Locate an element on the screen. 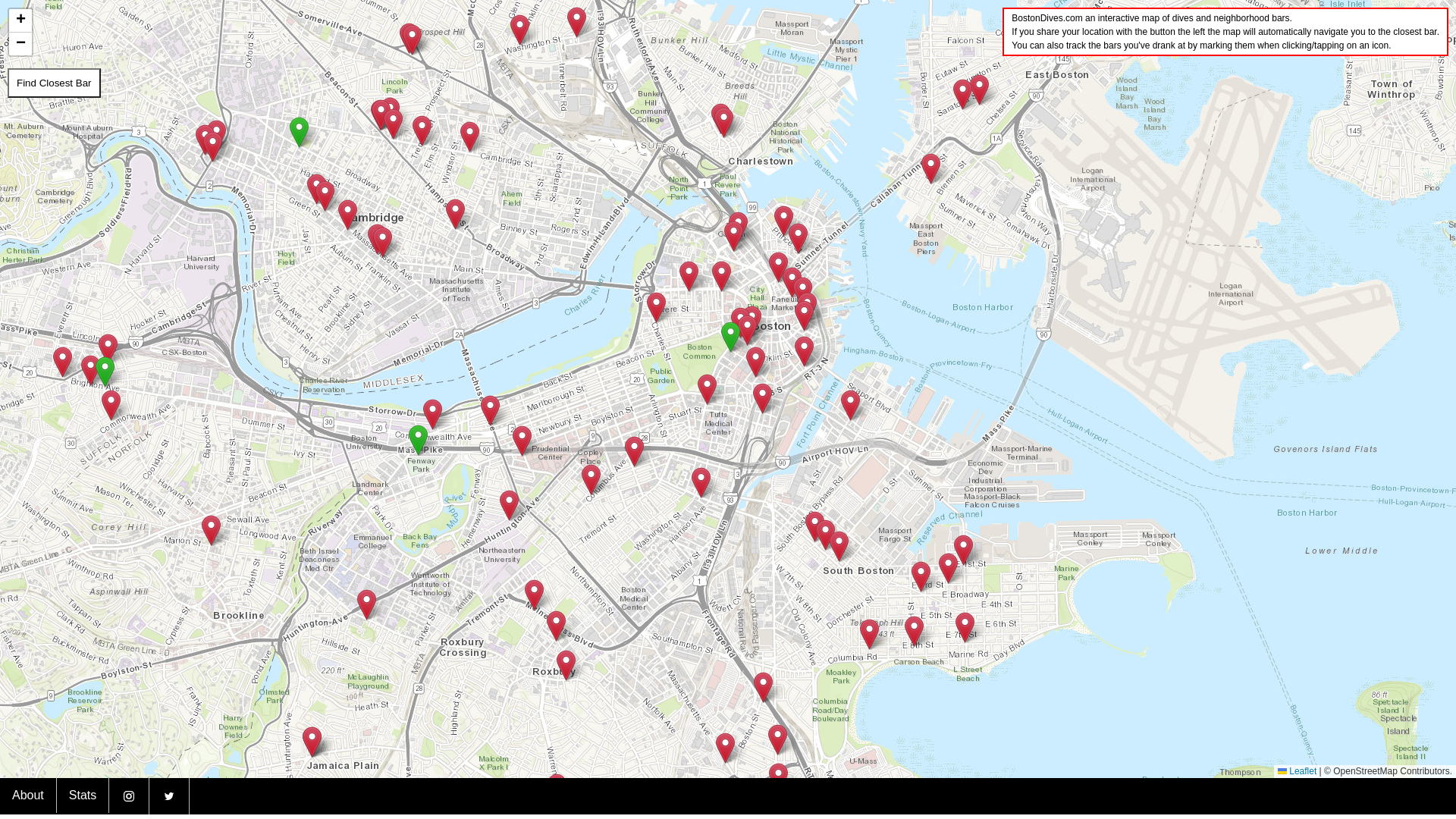  'Stats' is located at coordinates (57, 795).